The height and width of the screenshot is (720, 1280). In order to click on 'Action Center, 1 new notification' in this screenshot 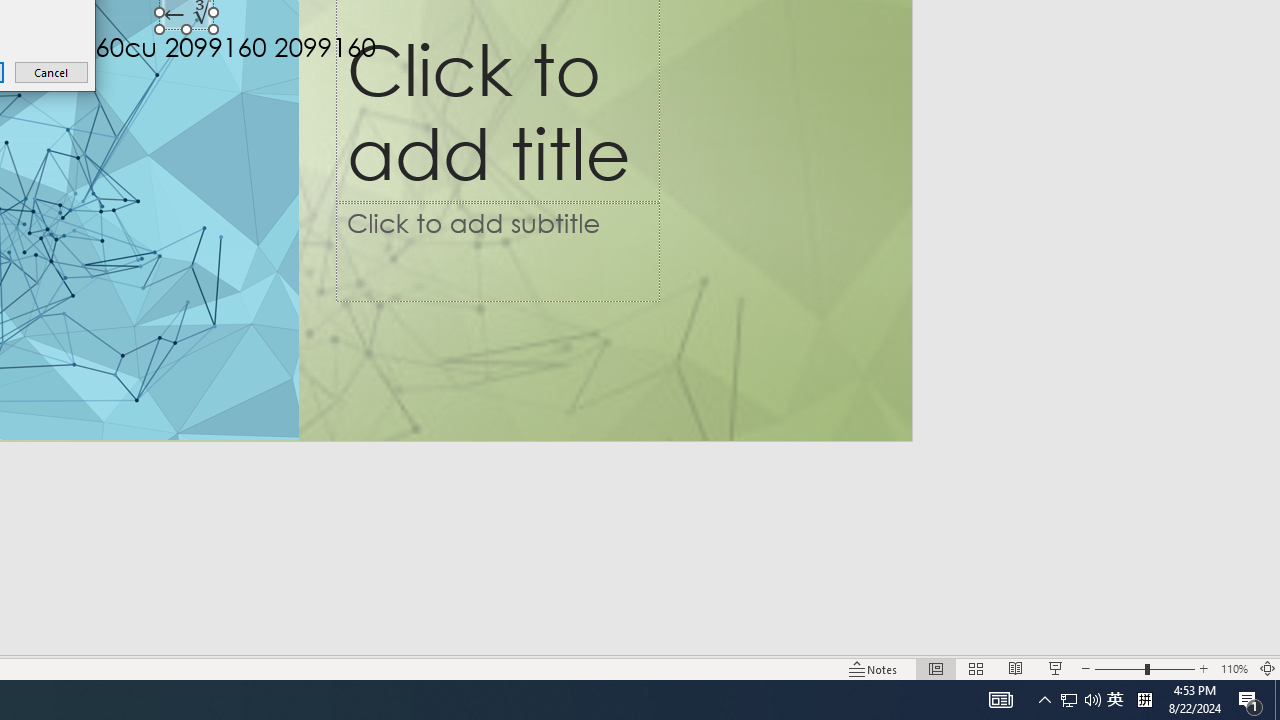, I will do `click(1250, 698)`.